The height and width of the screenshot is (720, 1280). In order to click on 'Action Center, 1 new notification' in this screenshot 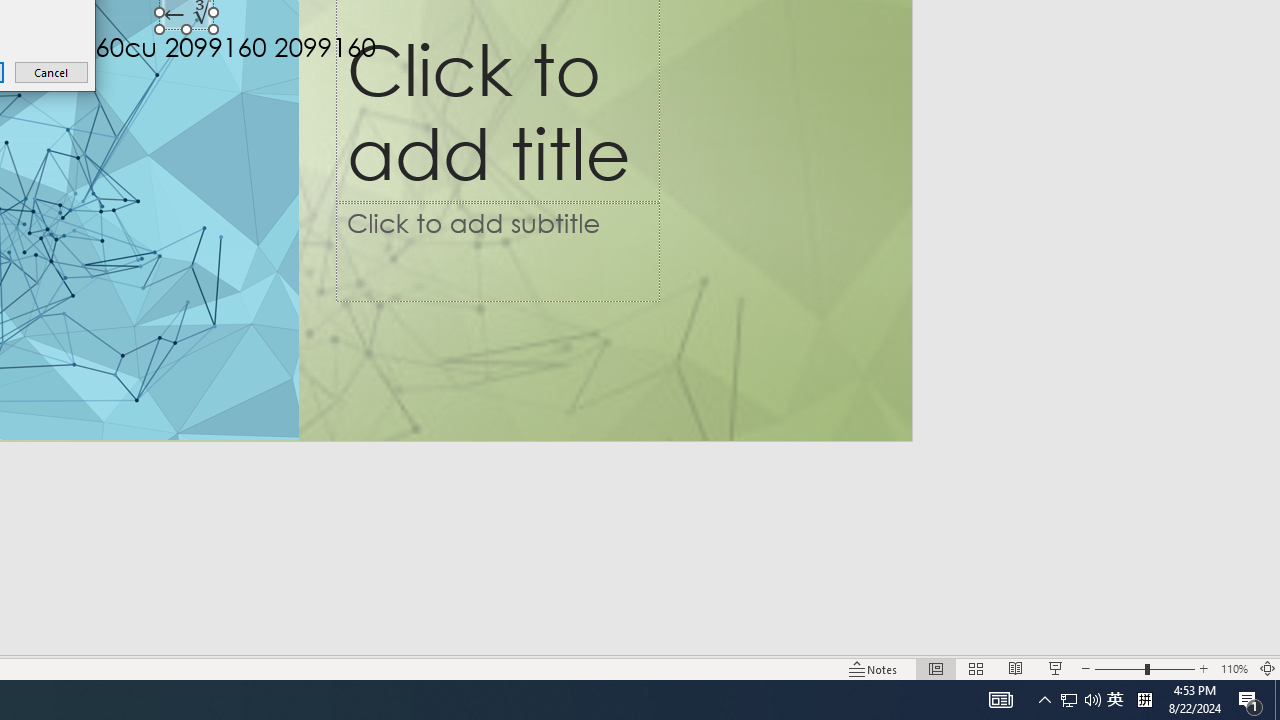, I will do `click(1250, 698)`.